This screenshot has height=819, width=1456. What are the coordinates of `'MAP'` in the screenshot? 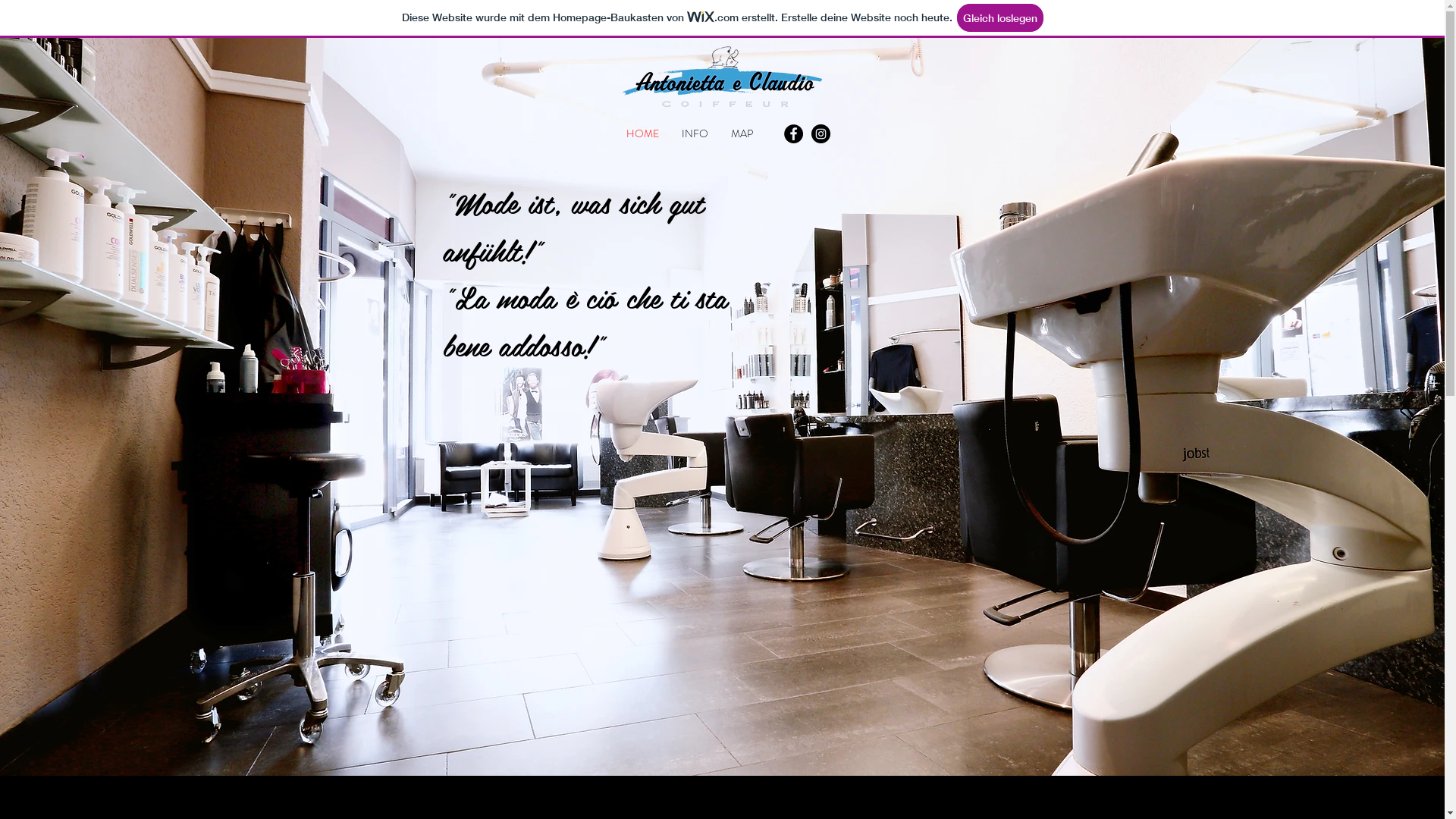 It's located at (741, 133).